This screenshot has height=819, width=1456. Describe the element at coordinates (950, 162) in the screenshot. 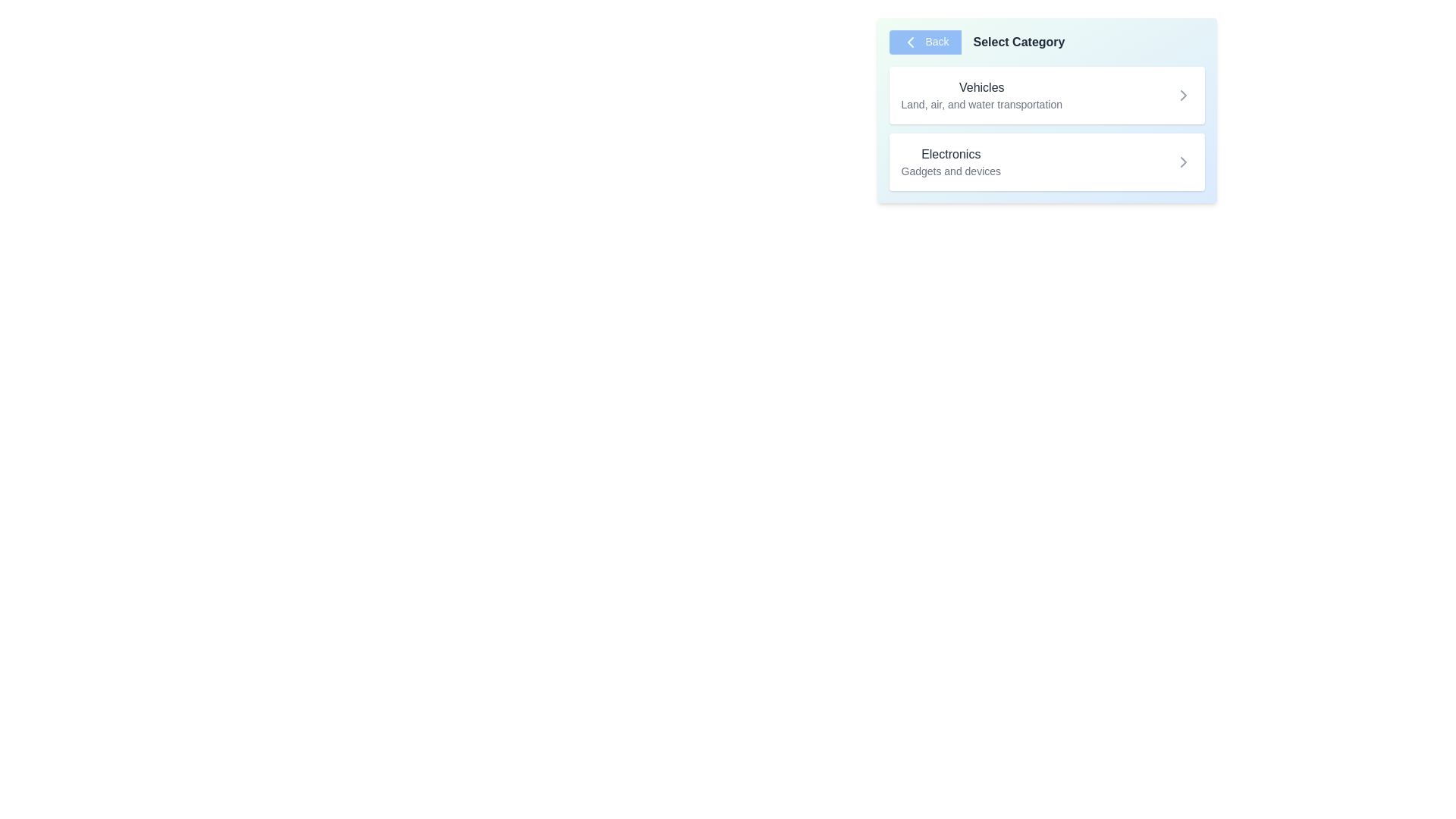

I see `the 'Electronics' category item with heading 'Electronics' and subheading 'Gadgets and devices'` at that location.